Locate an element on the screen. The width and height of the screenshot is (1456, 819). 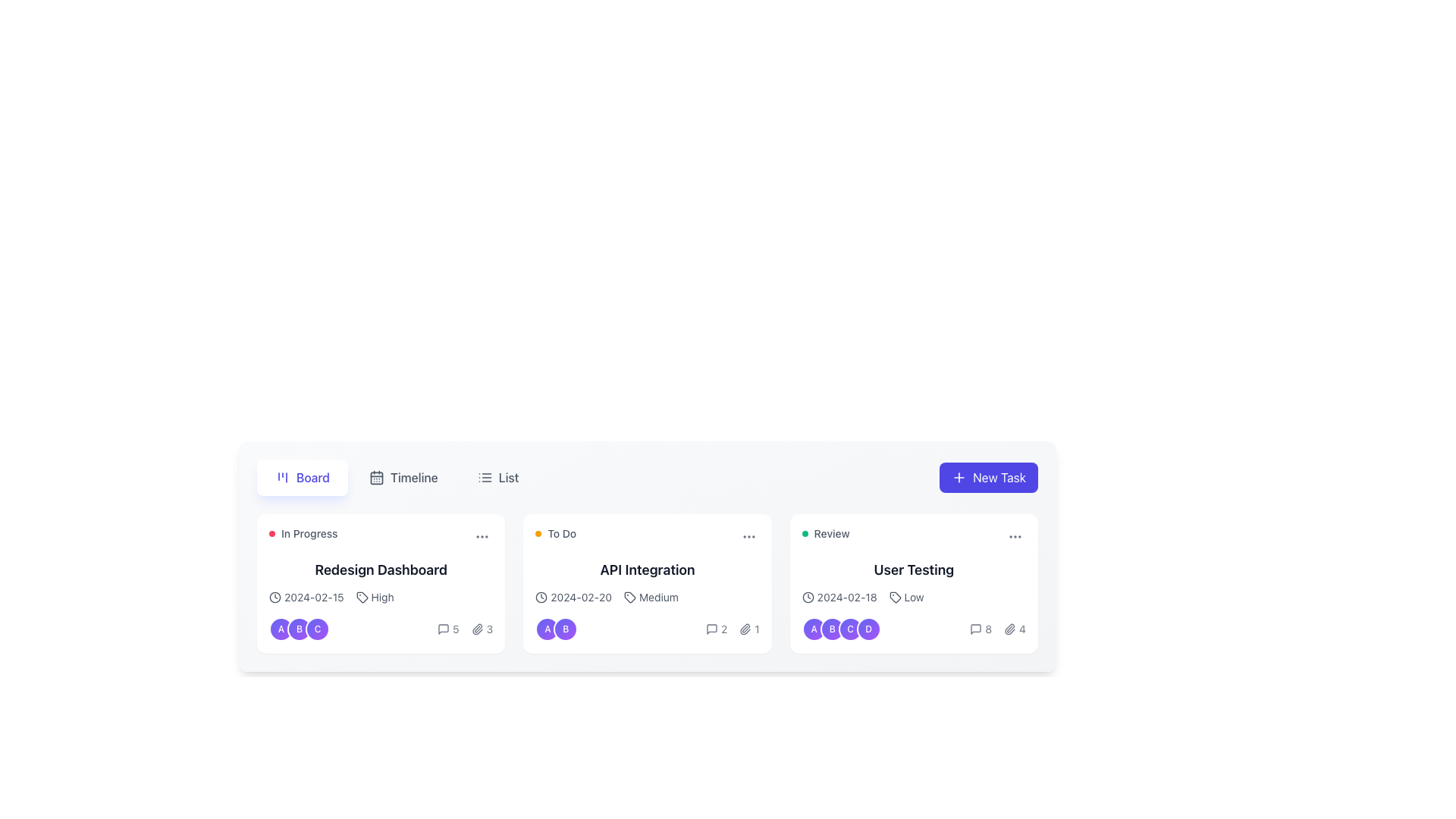
the Avatar group icons arranged horizontally, each containing characters A, B, C, and D is located at coordinates (840, 629).